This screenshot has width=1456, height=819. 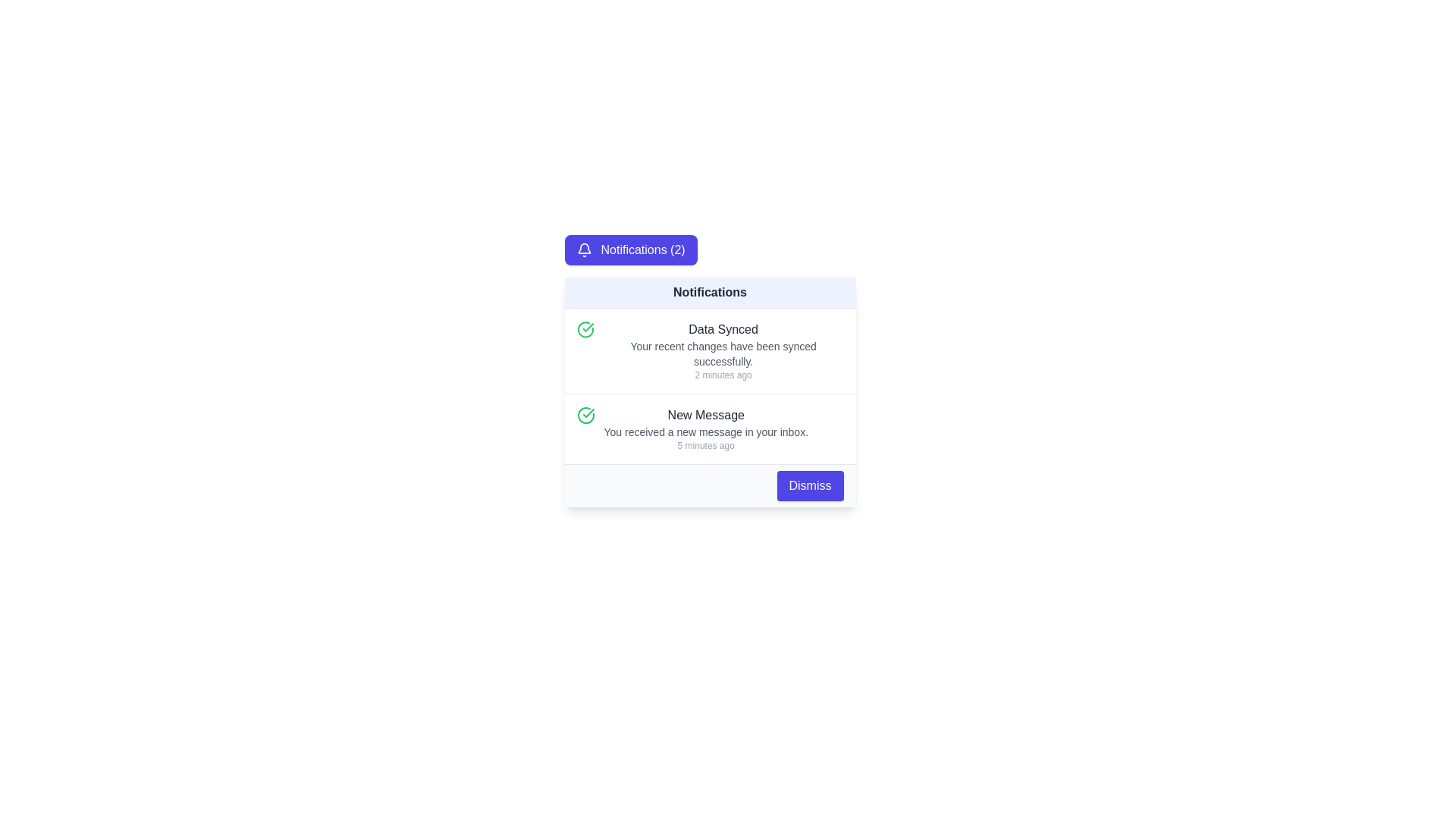 I want to click on the green circular icon with a check mark inside, located in the first notification entry labeled 'Data Synced', so click(x=585, y=415).